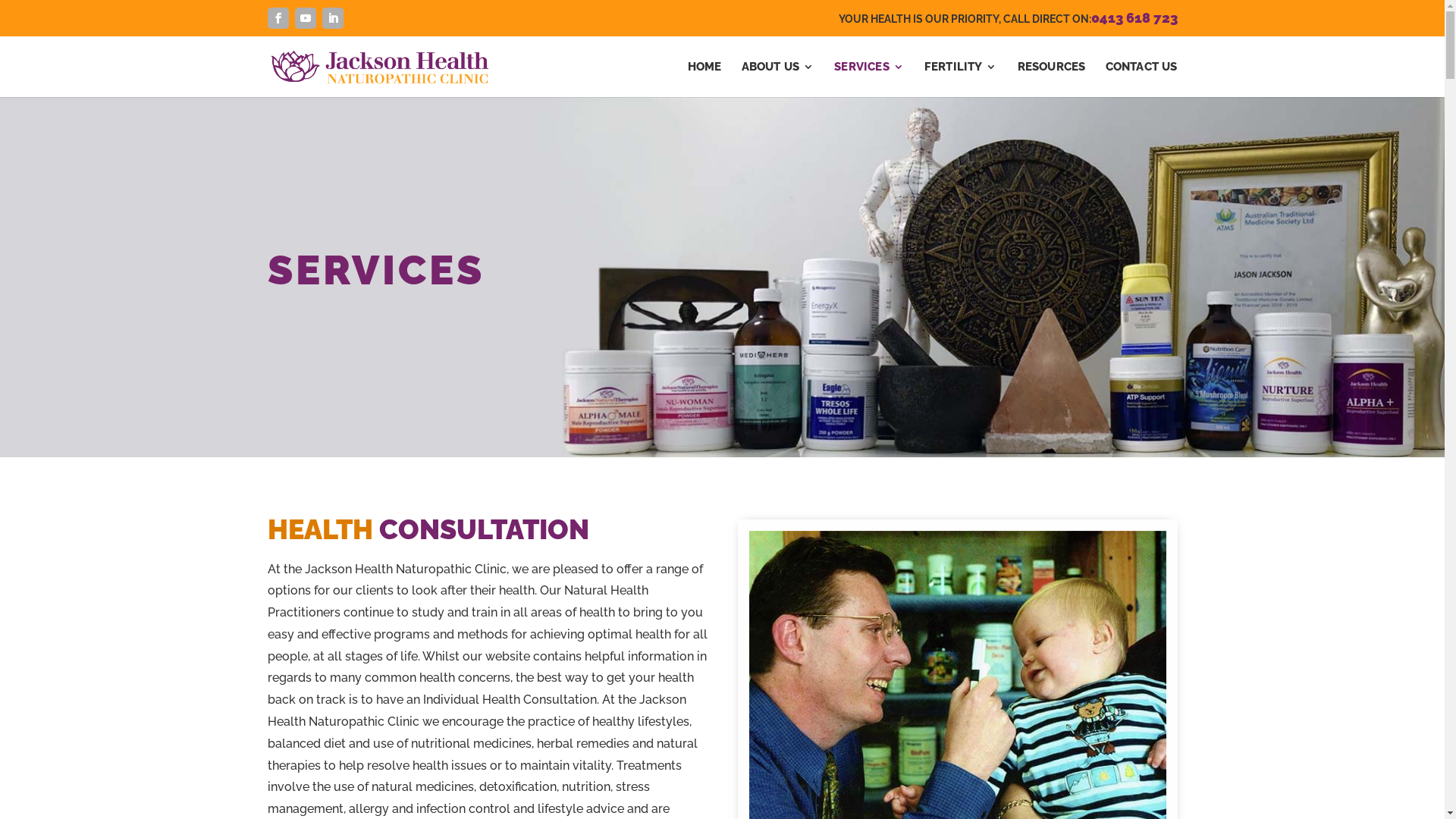 This screenshot has width=1456, height=819. Describe the element at coordinates (960, 79) in the screenshot. I see `'FERTILITY'` at that location.